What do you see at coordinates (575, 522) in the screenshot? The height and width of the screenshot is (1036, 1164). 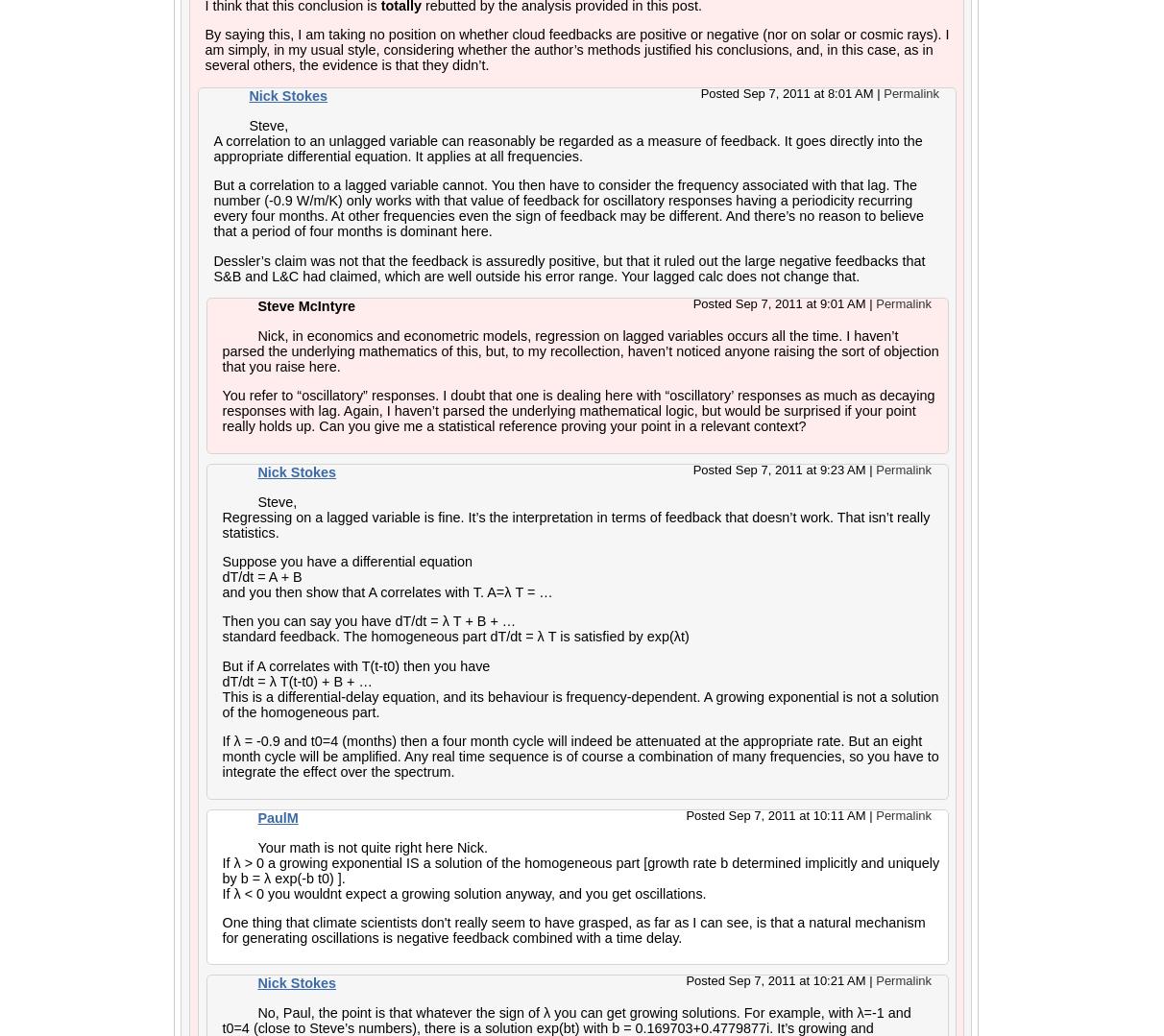 I see `'Regressing on a lagged variable is fine. It’s the interpretation in terms of feedback that doesn’t work. That isn’t really statistics.'` at bounding box center [575, 522].